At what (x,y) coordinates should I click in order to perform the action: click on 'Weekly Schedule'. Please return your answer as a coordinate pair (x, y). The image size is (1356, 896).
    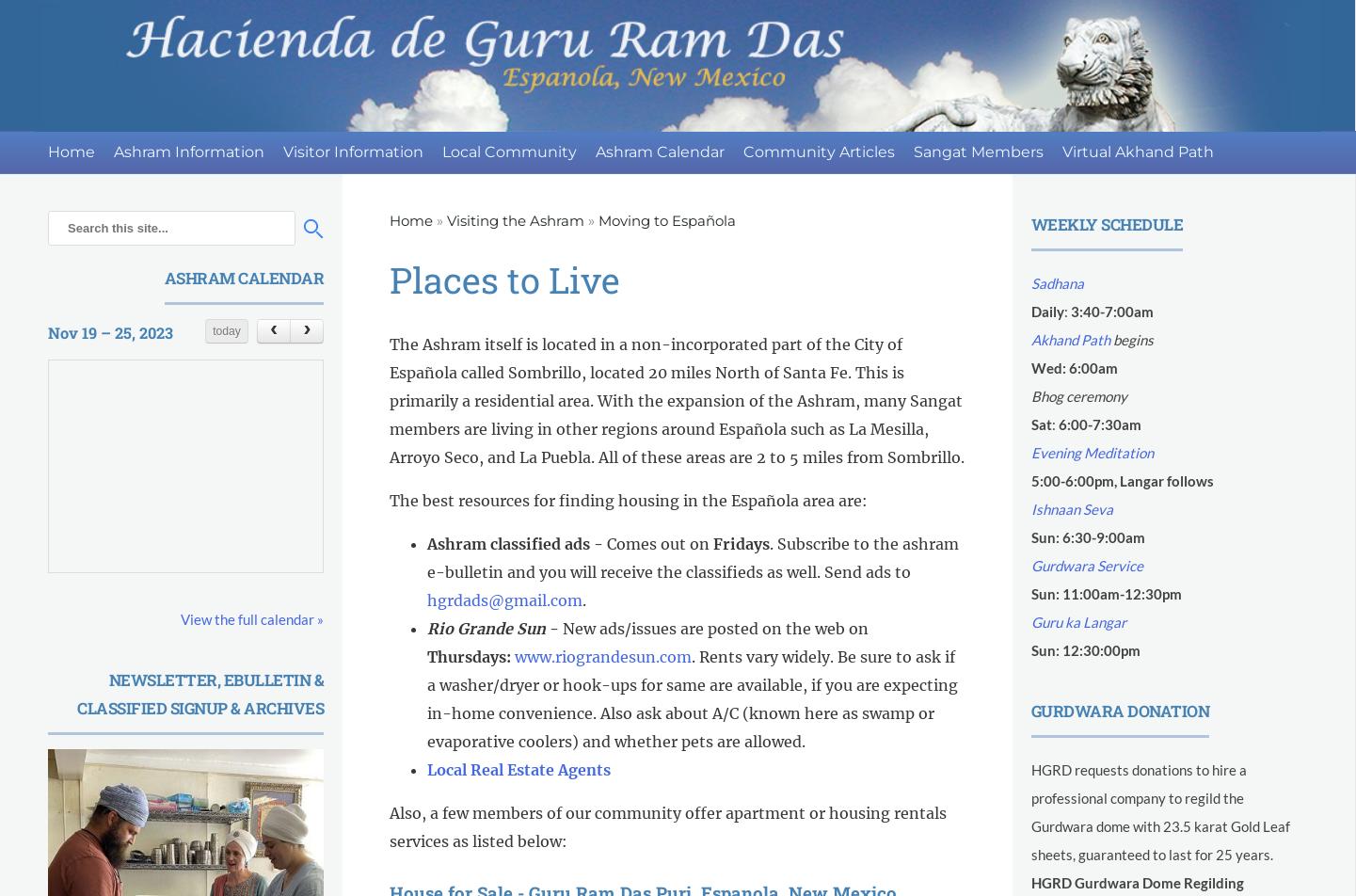
    Looking at the image, I should click on (1107, 224).